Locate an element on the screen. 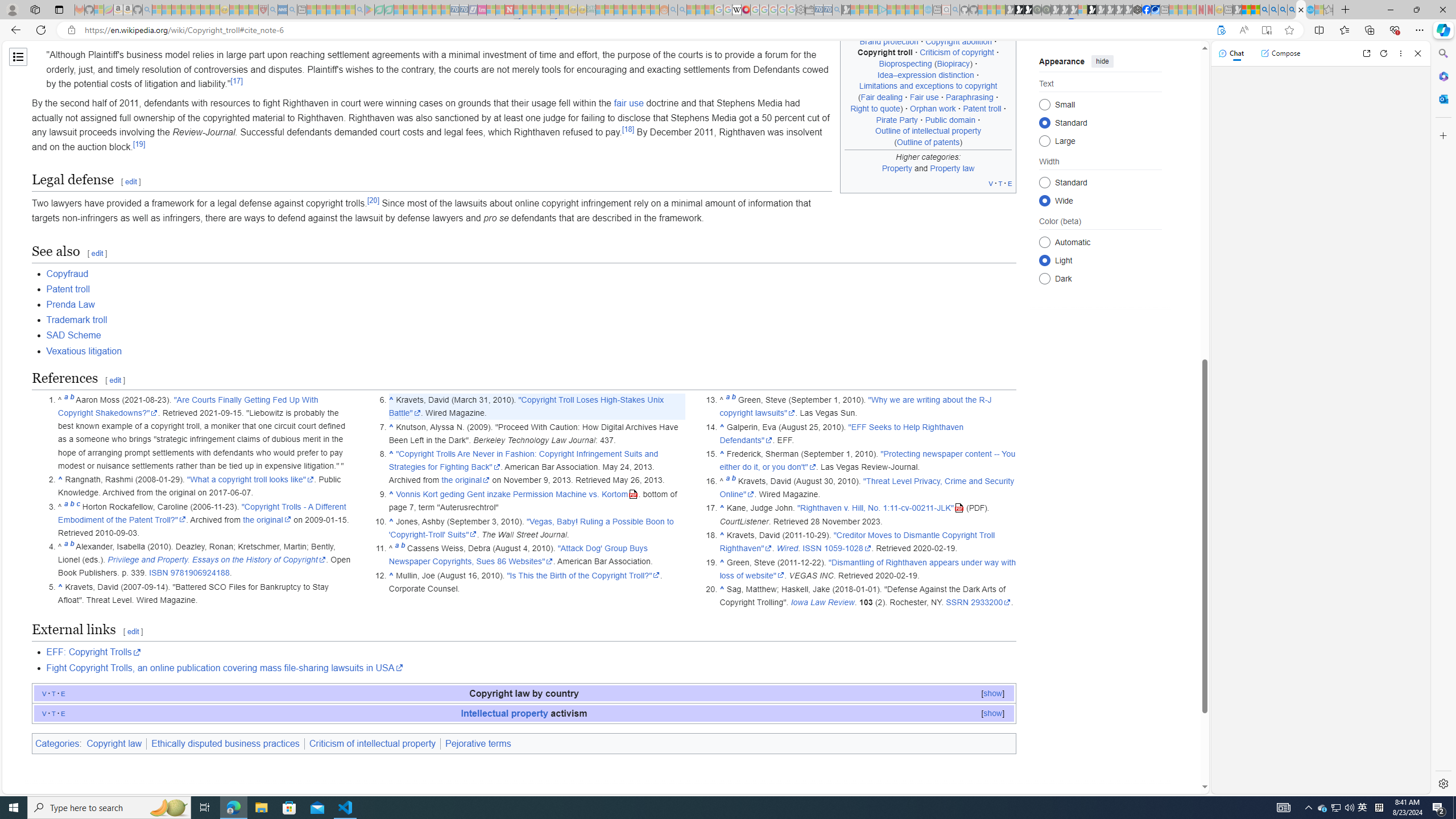 The height and width of the screenshot is (819, 1456). 'fair use' is located at coordinates (628, 102).